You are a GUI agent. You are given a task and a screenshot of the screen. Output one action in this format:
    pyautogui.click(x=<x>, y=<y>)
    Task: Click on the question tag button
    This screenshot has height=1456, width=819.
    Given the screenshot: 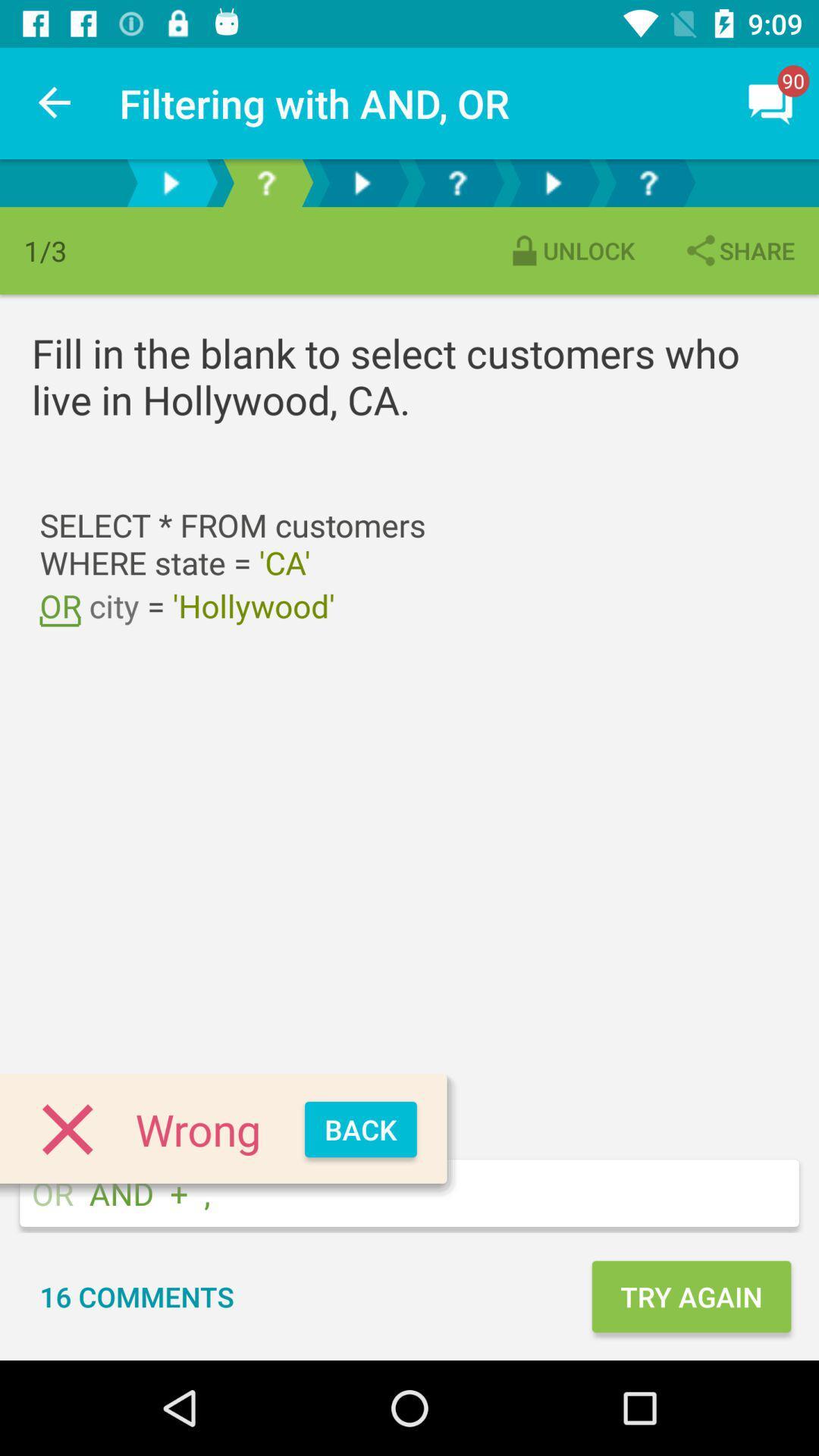 What is the action you would take?
    pyautogui.click(x=265, y=182)
    